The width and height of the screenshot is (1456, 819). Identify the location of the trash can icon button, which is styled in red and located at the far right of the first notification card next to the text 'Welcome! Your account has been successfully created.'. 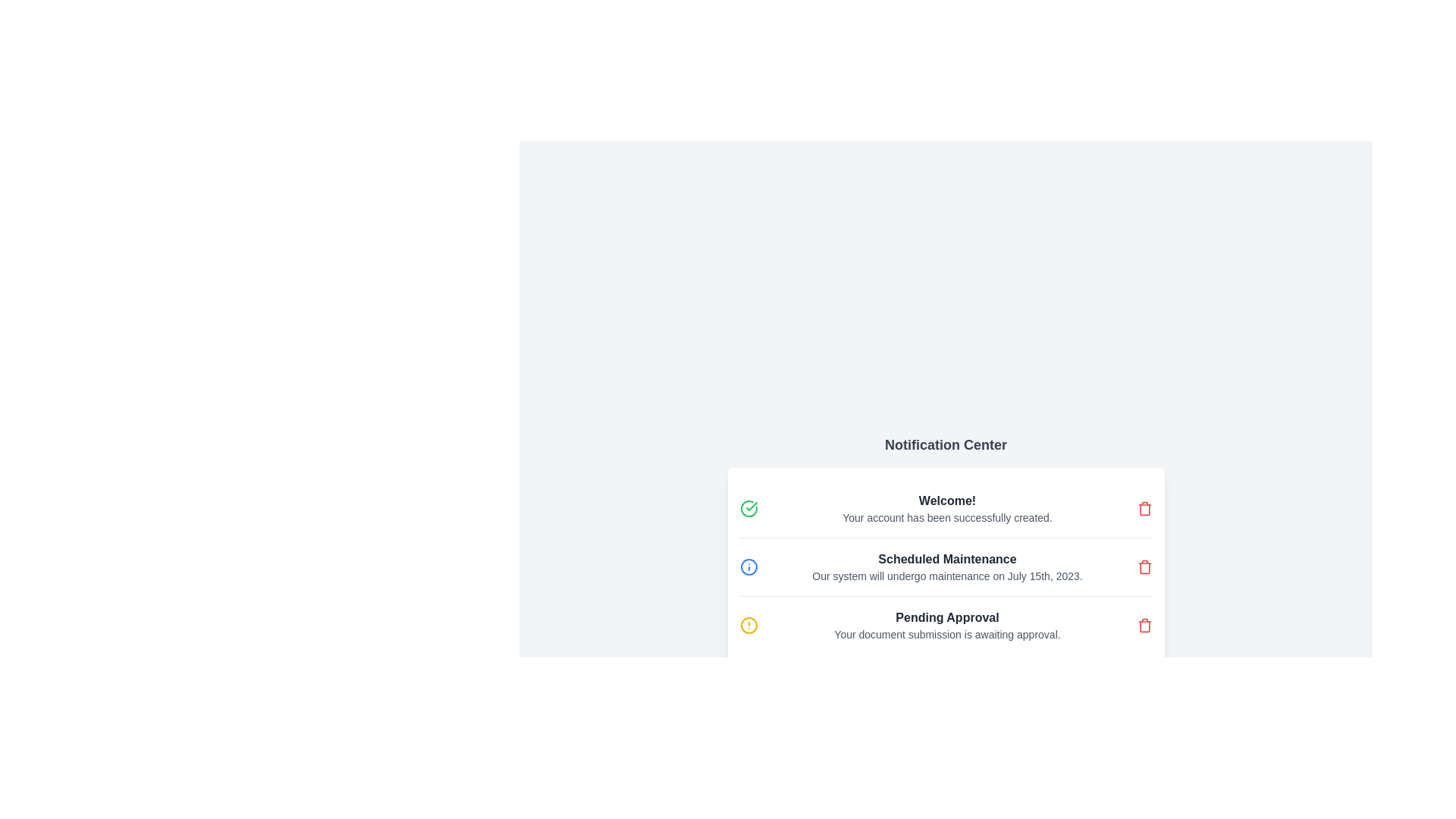
(1144, 509).